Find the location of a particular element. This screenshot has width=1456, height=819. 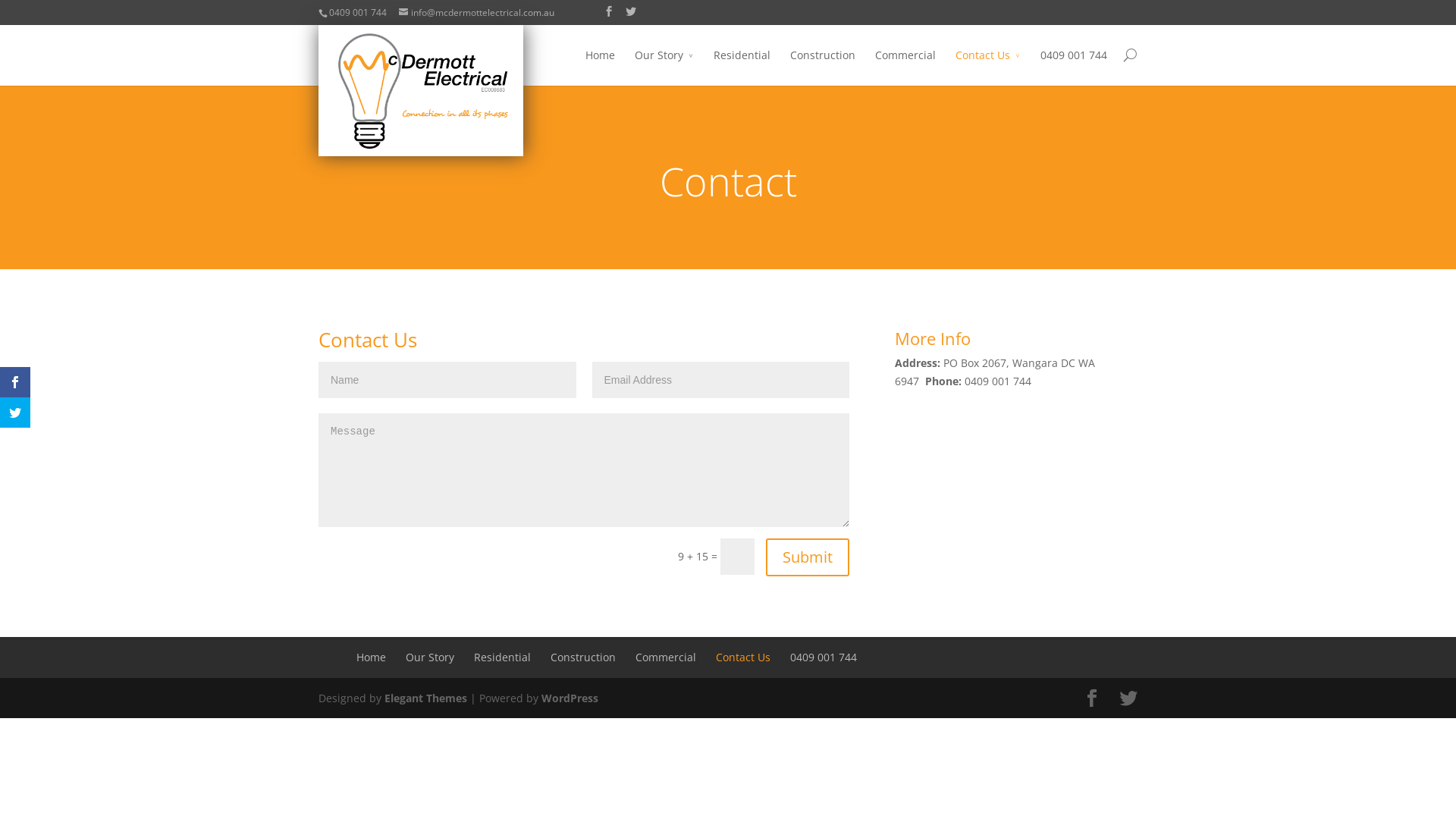

'Home' is located at coordinates (371, 656).